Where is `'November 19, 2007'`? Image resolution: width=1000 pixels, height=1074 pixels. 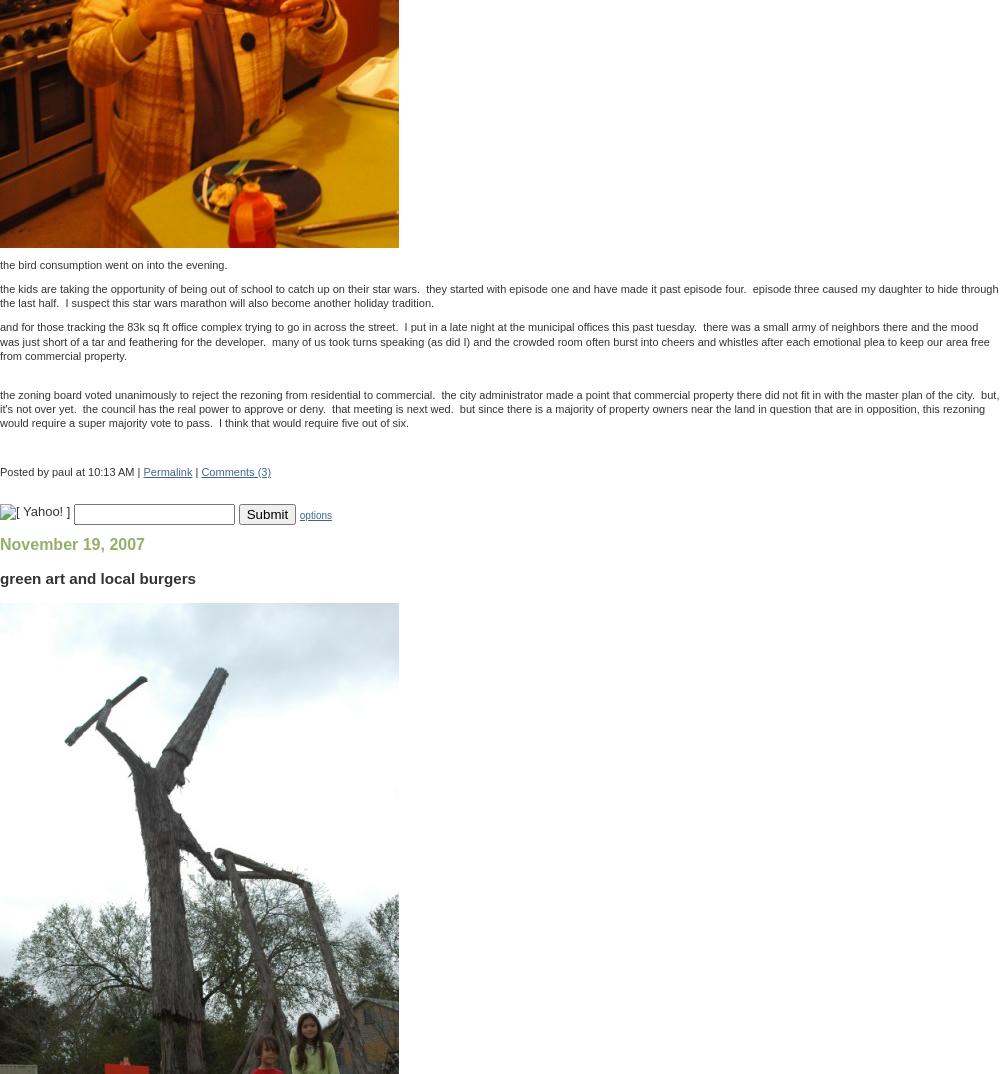 'November 19, 2007' is located at coordinates (0, 543).